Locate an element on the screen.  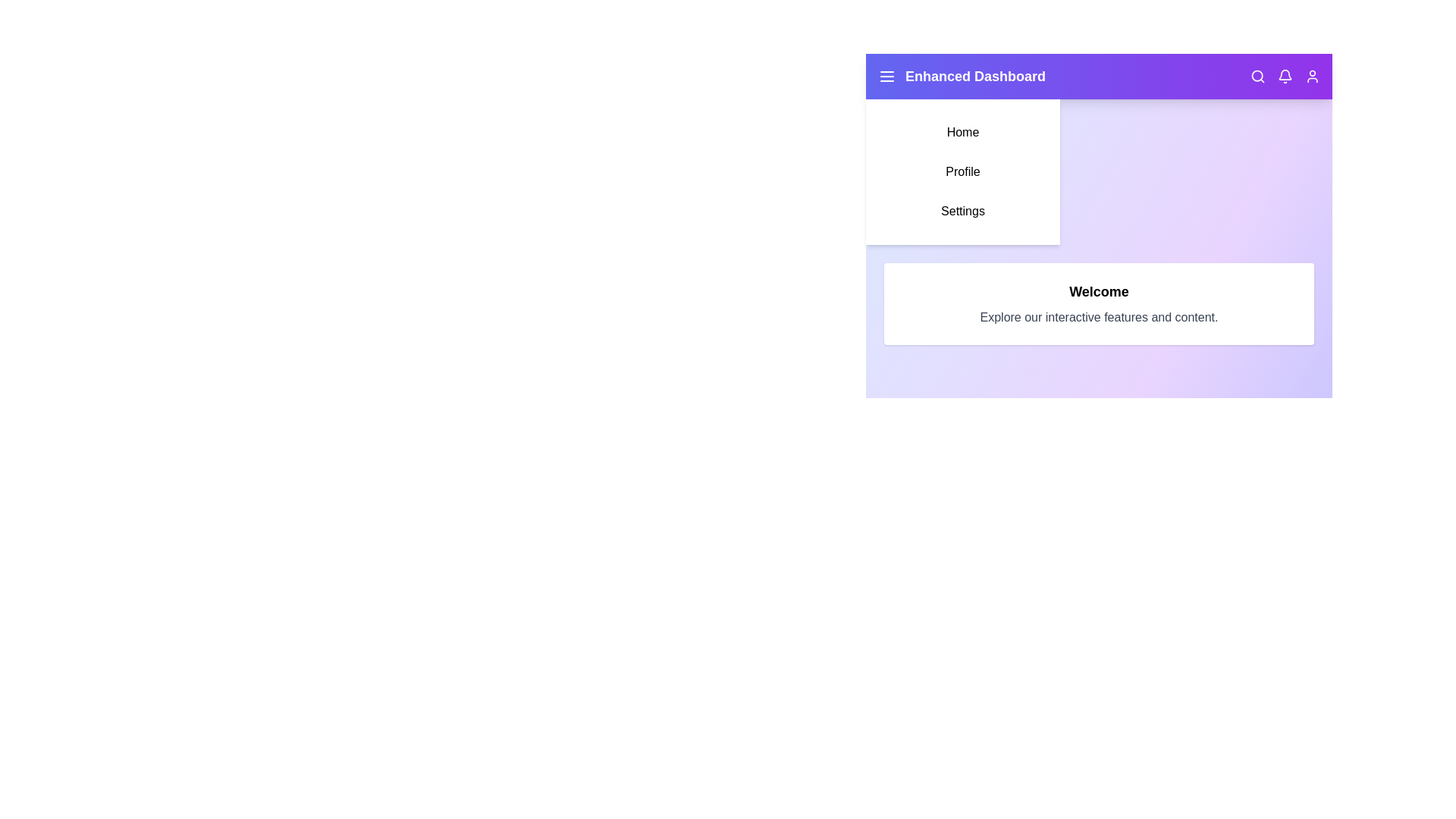
the main content section to interact with it is located at coordinates (1099, 304).